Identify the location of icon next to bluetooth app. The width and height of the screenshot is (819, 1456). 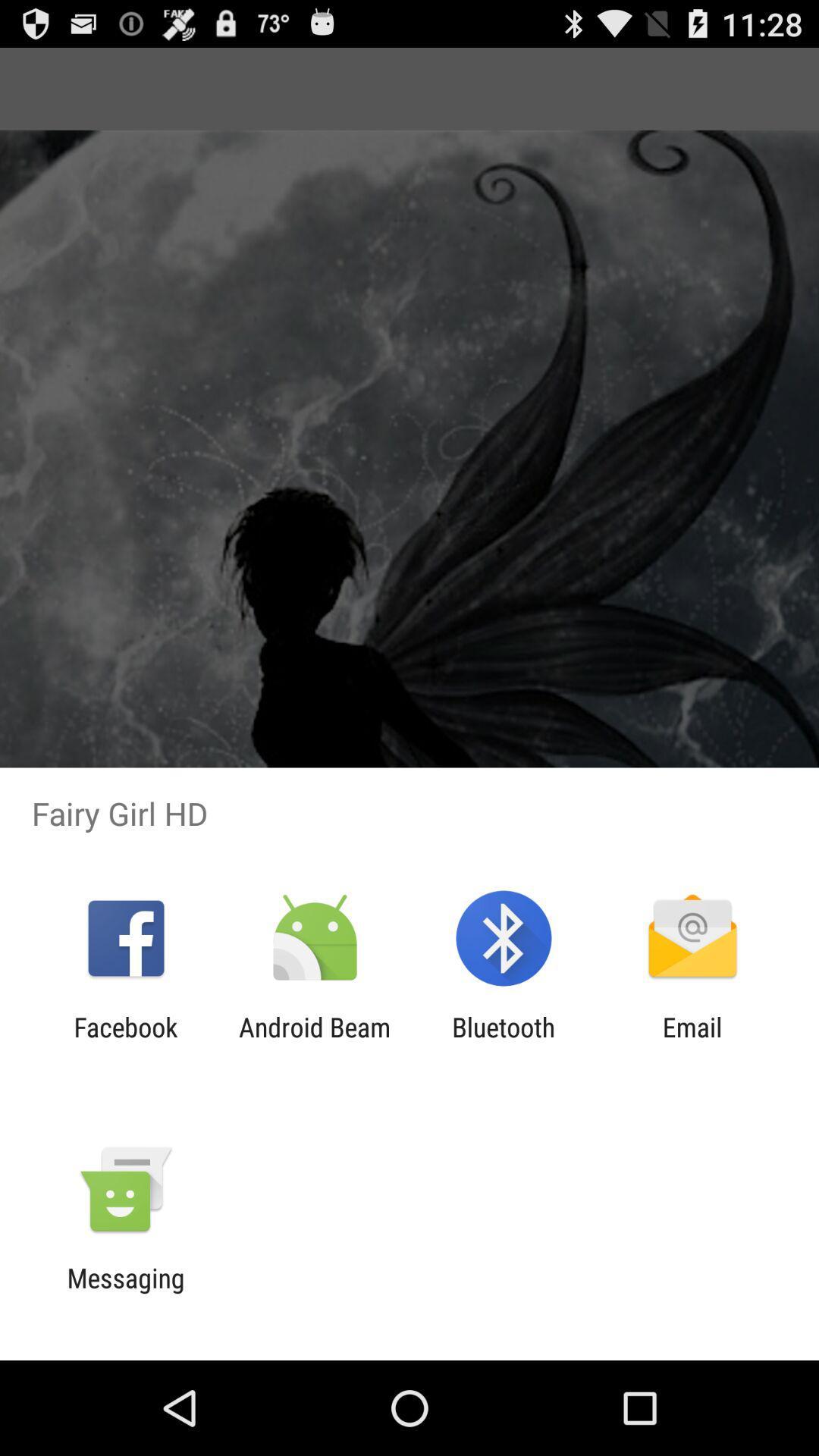
(692, 1042).